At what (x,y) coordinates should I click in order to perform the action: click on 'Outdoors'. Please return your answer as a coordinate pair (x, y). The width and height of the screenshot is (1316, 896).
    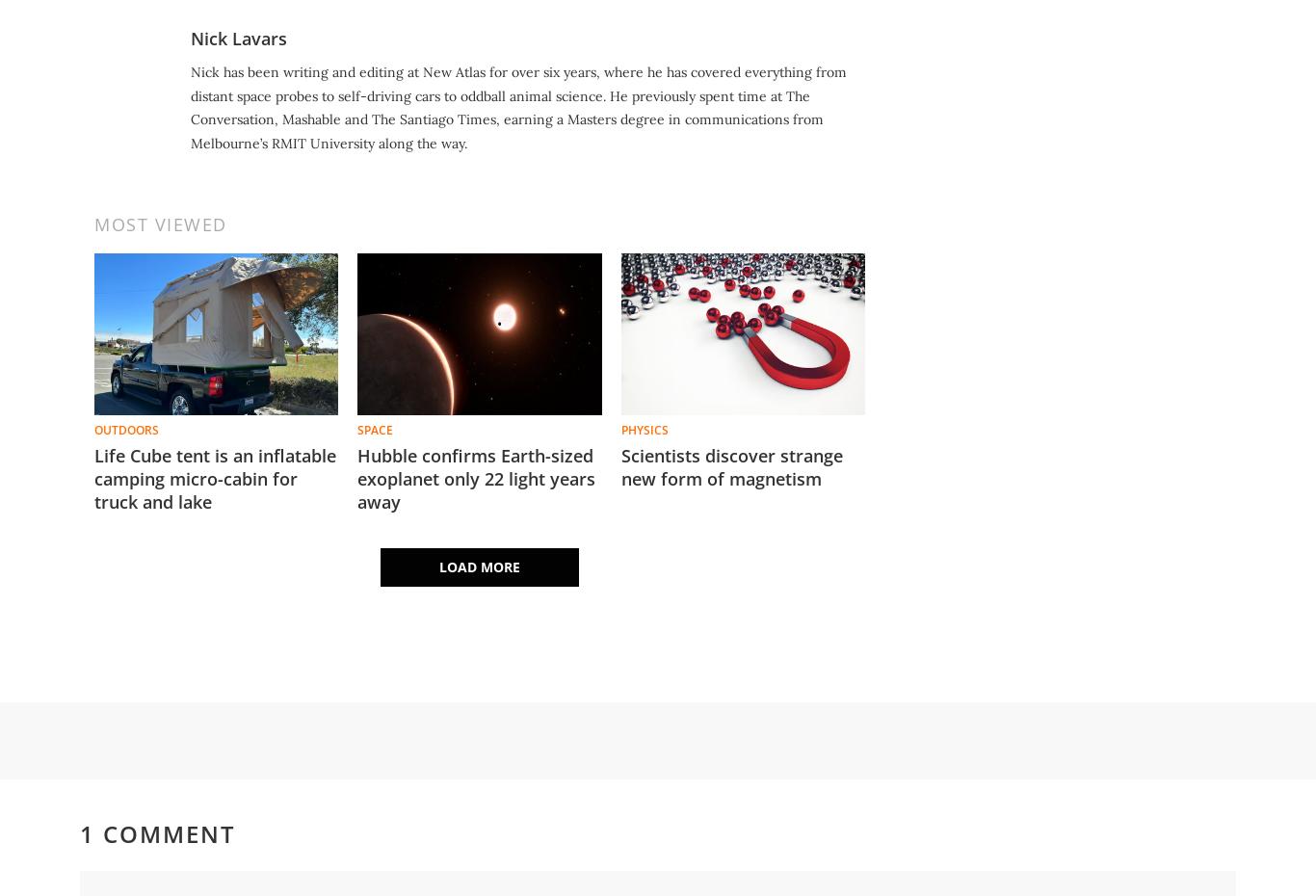
    Looking at the image, I should click on (93, 430).